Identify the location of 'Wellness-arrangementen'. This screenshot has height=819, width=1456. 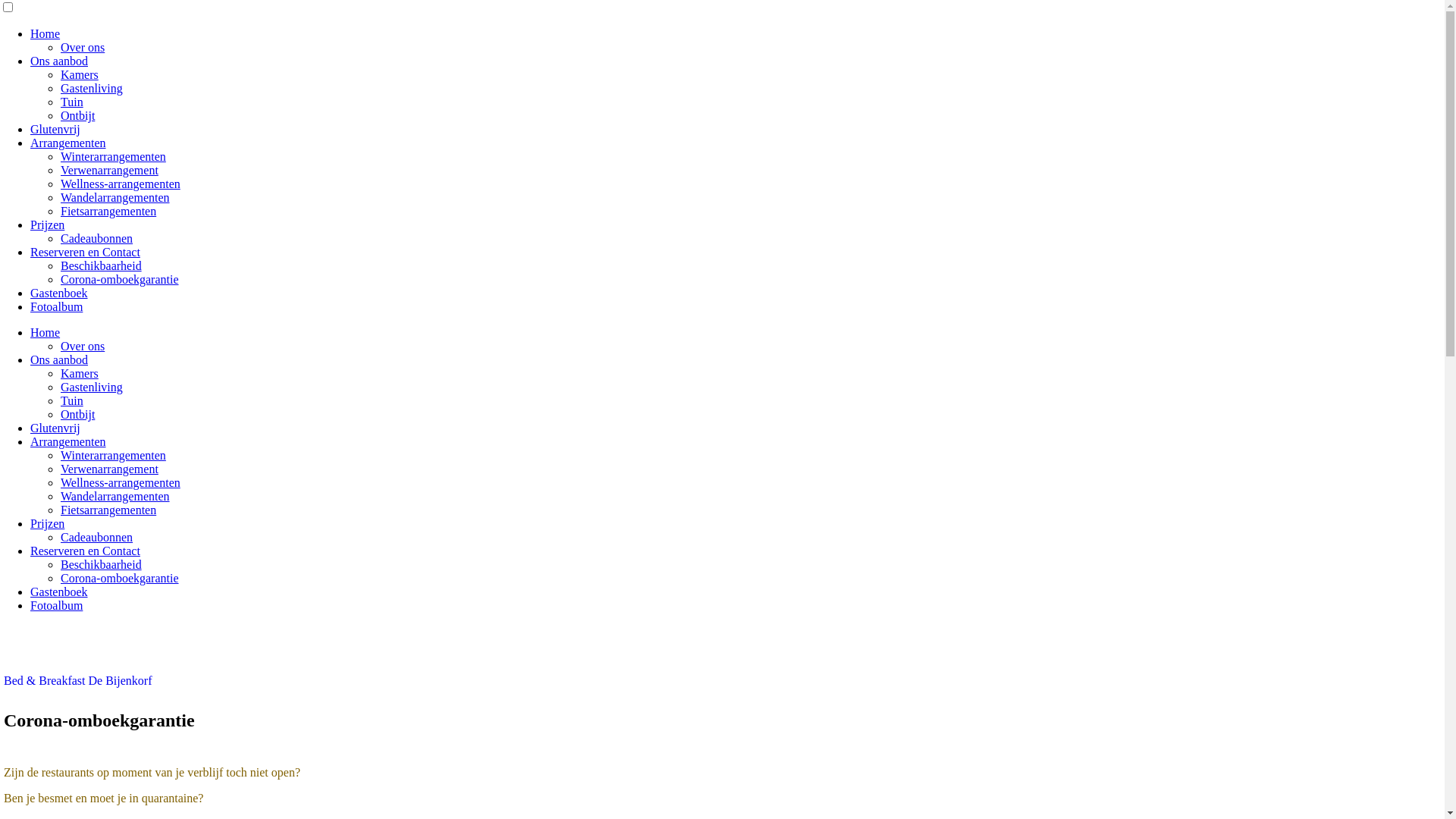
(119, 183).